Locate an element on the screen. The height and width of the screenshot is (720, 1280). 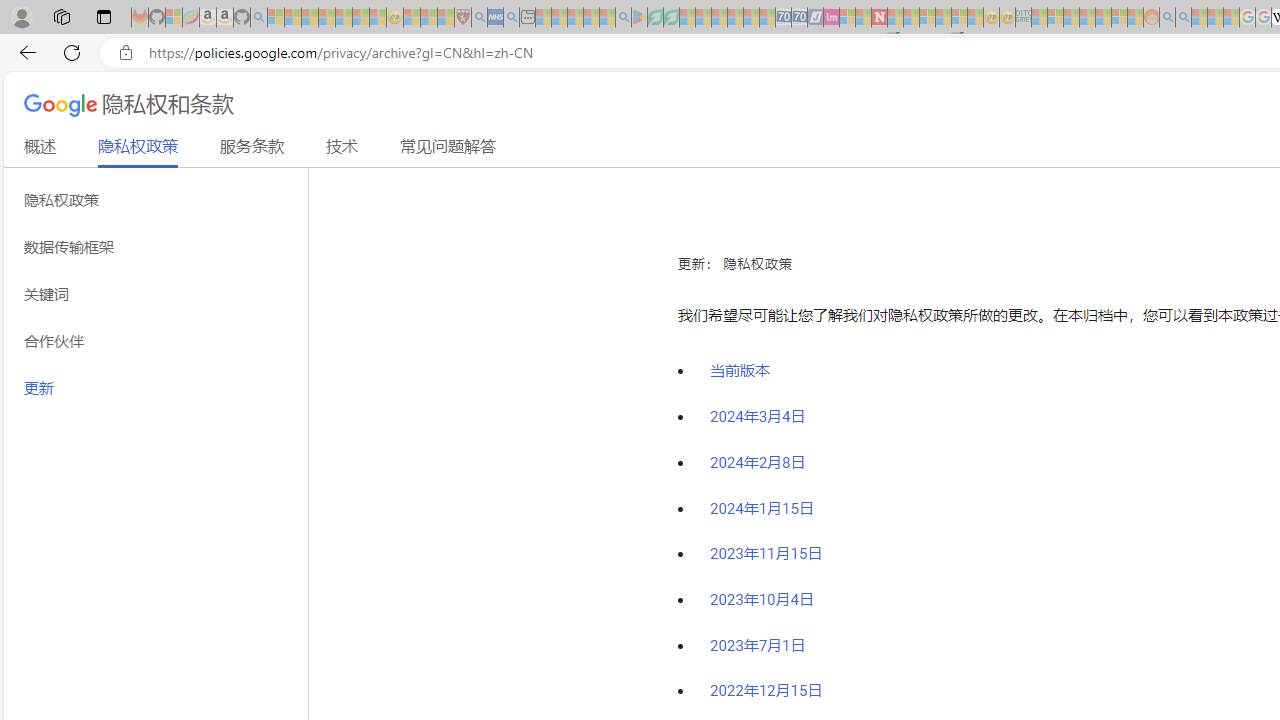
'Pets - MSN - Sleeping' is located at coordinates (590, 17).